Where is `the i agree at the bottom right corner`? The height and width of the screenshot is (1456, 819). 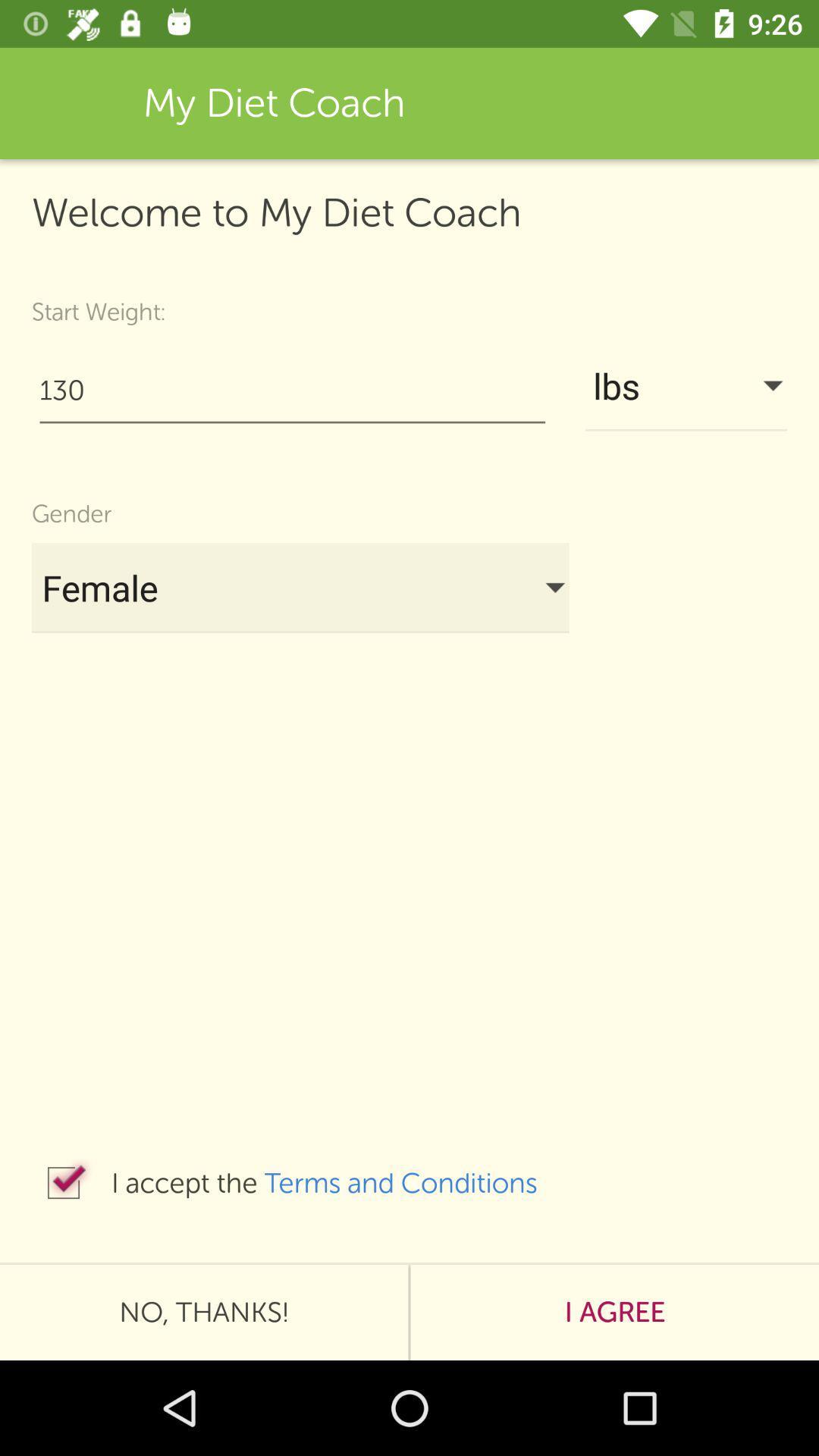
the i agree at the bottom right corner is located at coordinates (614, 1312).